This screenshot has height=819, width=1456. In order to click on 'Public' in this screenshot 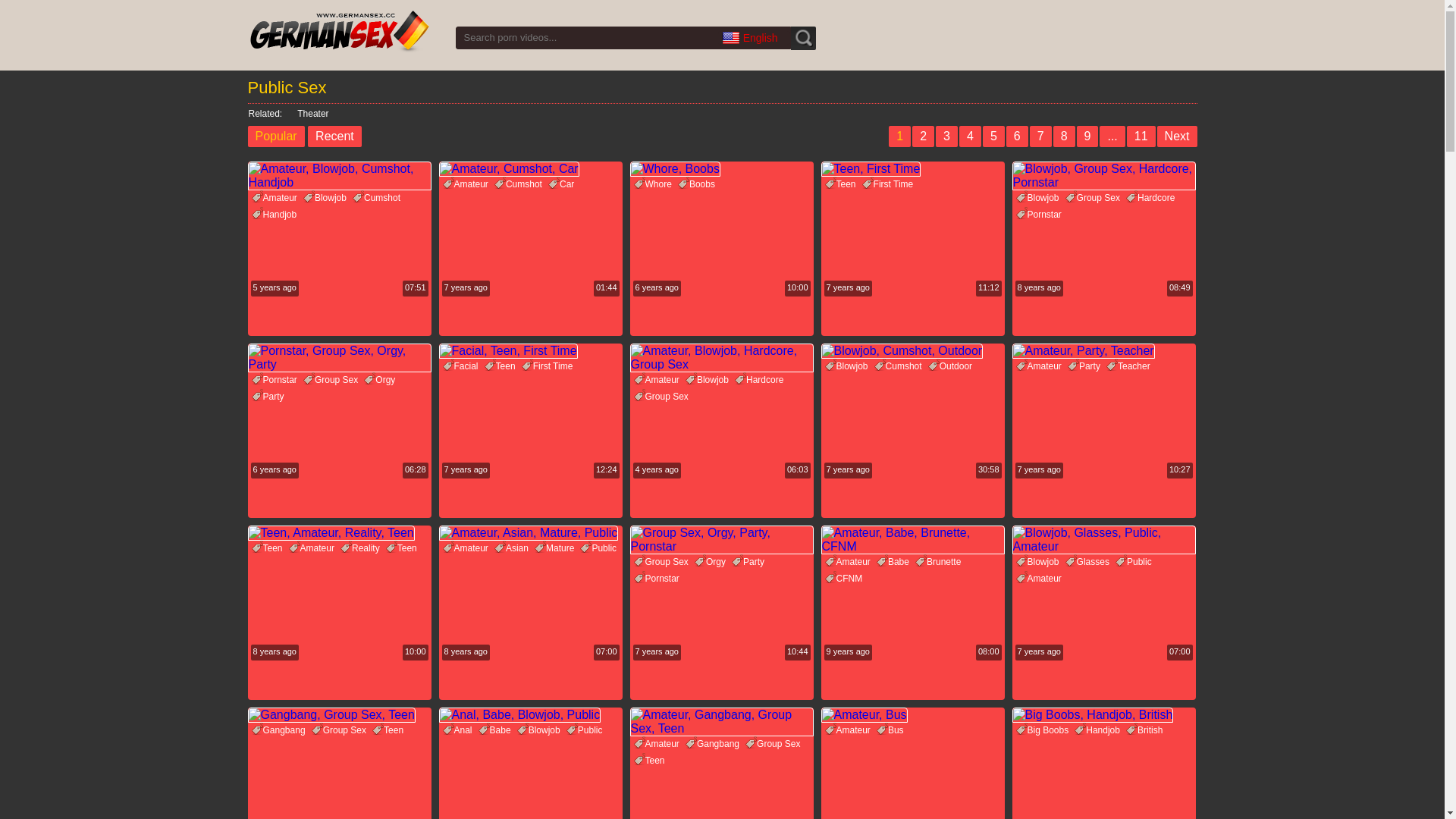, I will do `click(579, 548)`.